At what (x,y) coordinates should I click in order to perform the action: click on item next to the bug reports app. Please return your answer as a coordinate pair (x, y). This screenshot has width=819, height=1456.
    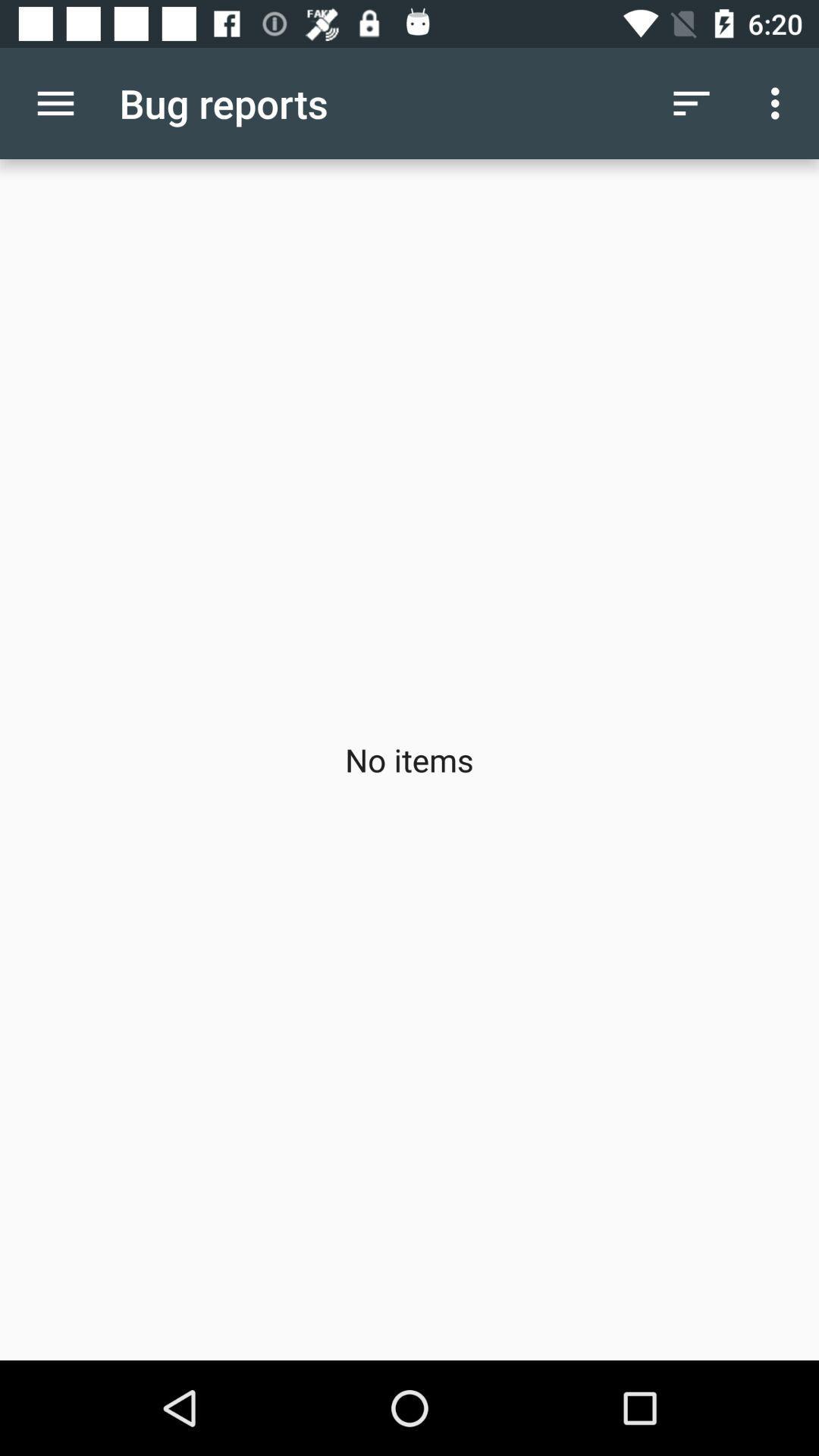
    Looking at the image, I should click on (691, 102).